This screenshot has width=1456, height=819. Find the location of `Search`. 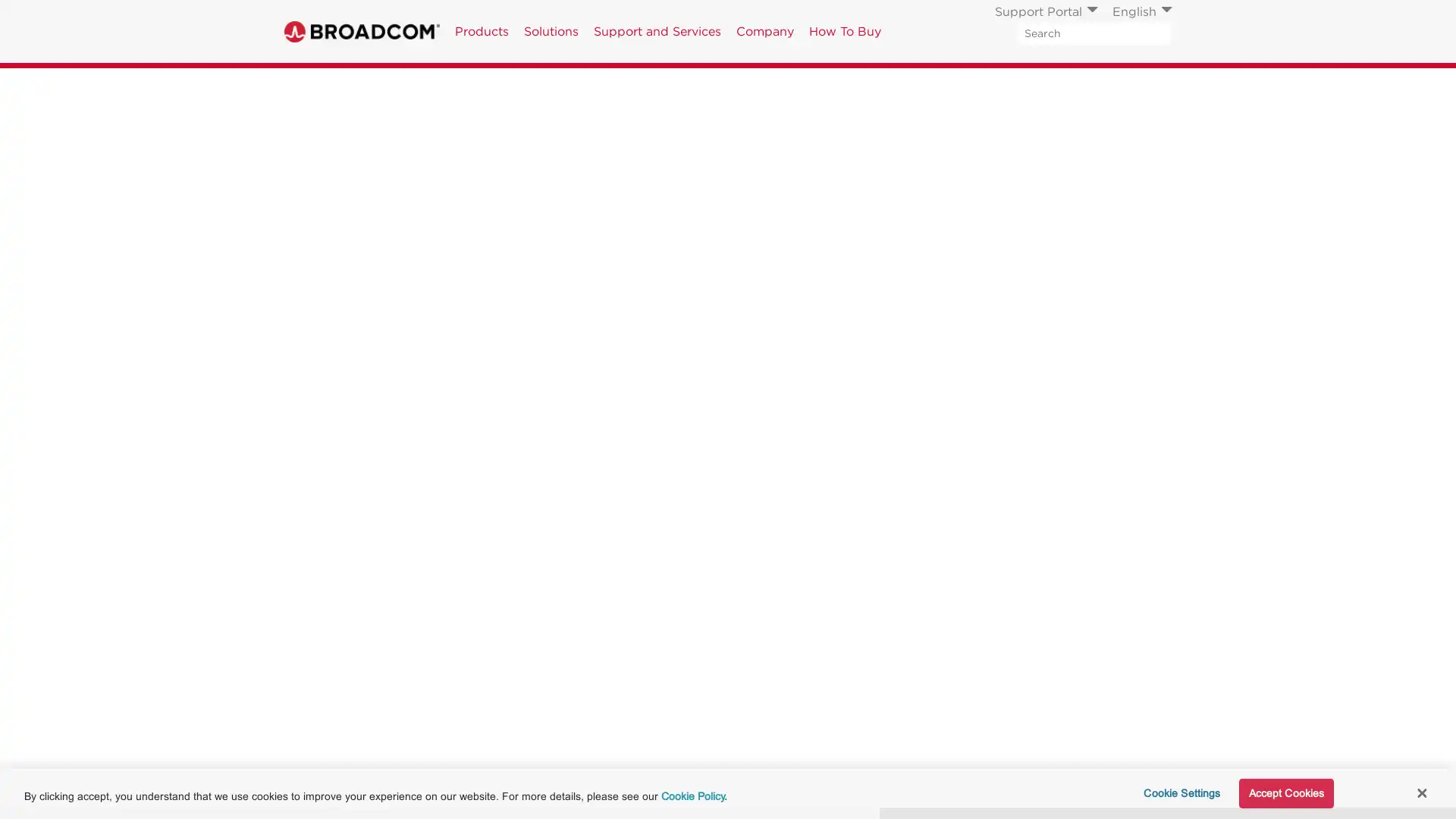

Search is located at coordinates (1159, 33).